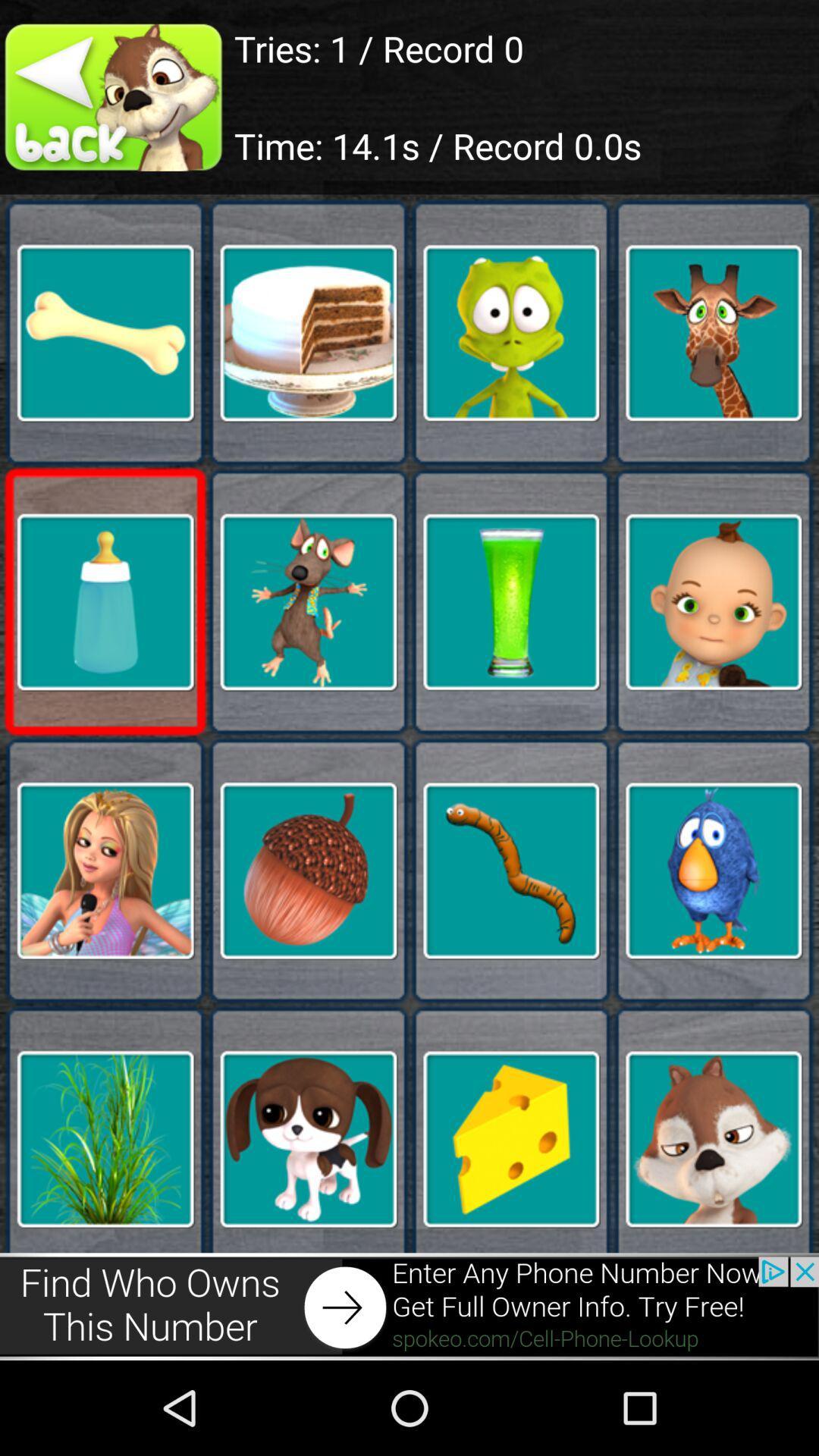 The height and width of the screenshot is (1456, 819). What do you see at coordinates (116, 96) in the screenshot?
I see `the 2nd image which below back on the page` at bounding box center [116, 96].